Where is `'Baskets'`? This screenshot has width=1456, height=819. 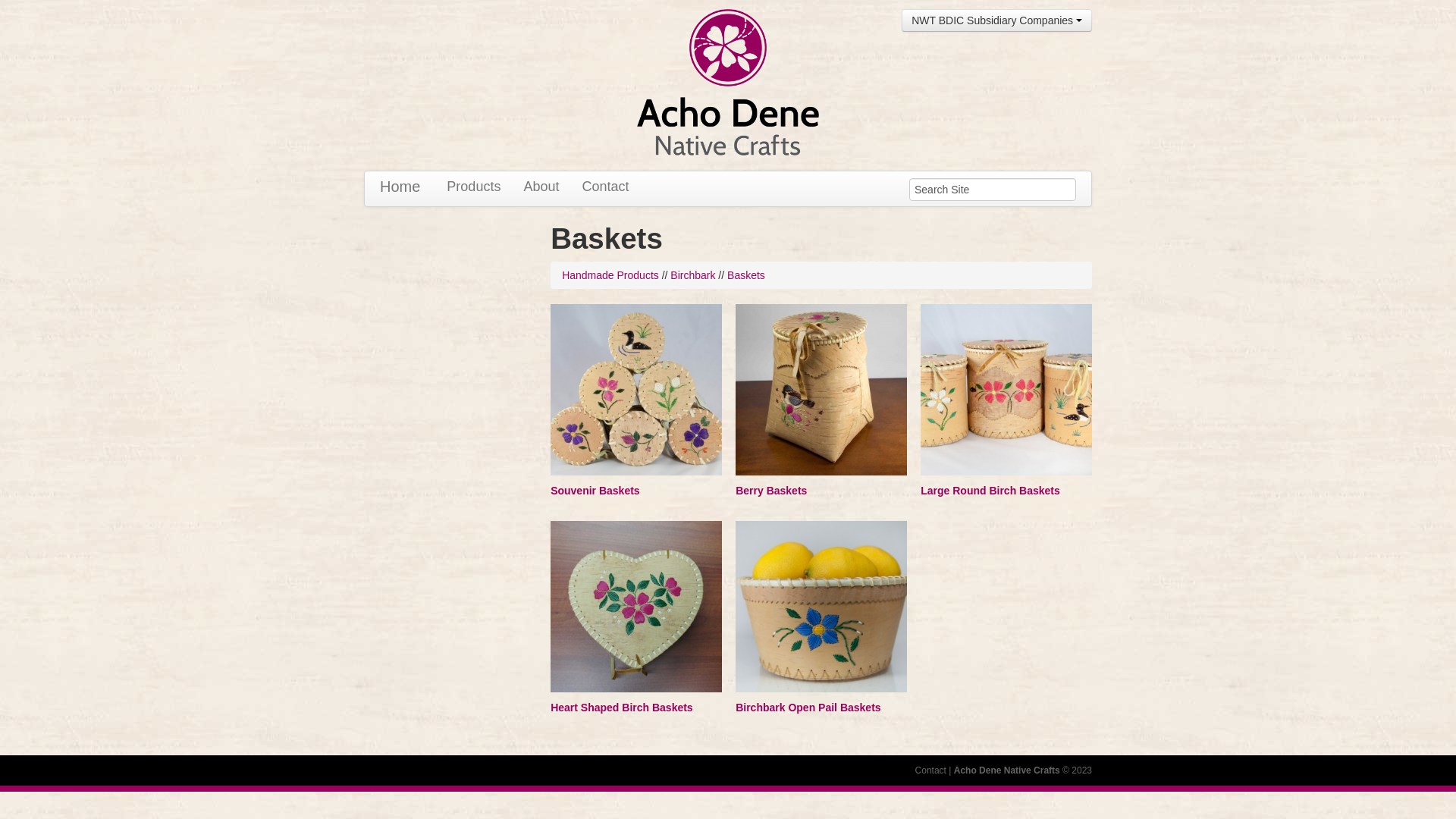
'Baskets' is located at coordinates (745, 275).